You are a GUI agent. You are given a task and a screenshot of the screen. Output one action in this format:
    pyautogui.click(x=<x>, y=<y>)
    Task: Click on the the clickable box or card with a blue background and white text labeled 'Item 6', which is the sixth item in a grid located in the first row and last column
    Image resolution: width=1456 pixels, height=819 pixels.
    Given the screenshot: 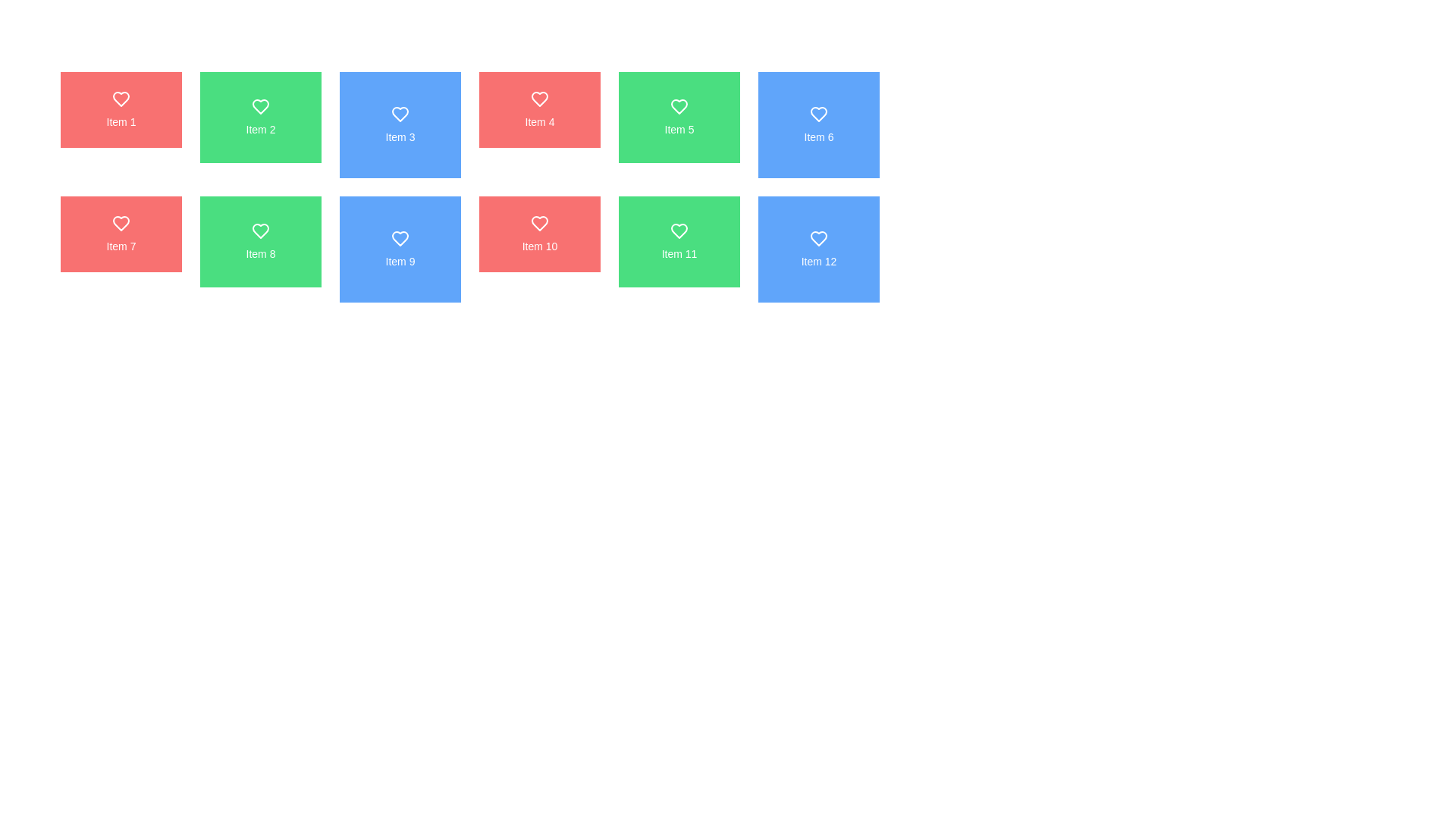 What is the action you would take?
    pyautogui.click(x=818, y=124)
    